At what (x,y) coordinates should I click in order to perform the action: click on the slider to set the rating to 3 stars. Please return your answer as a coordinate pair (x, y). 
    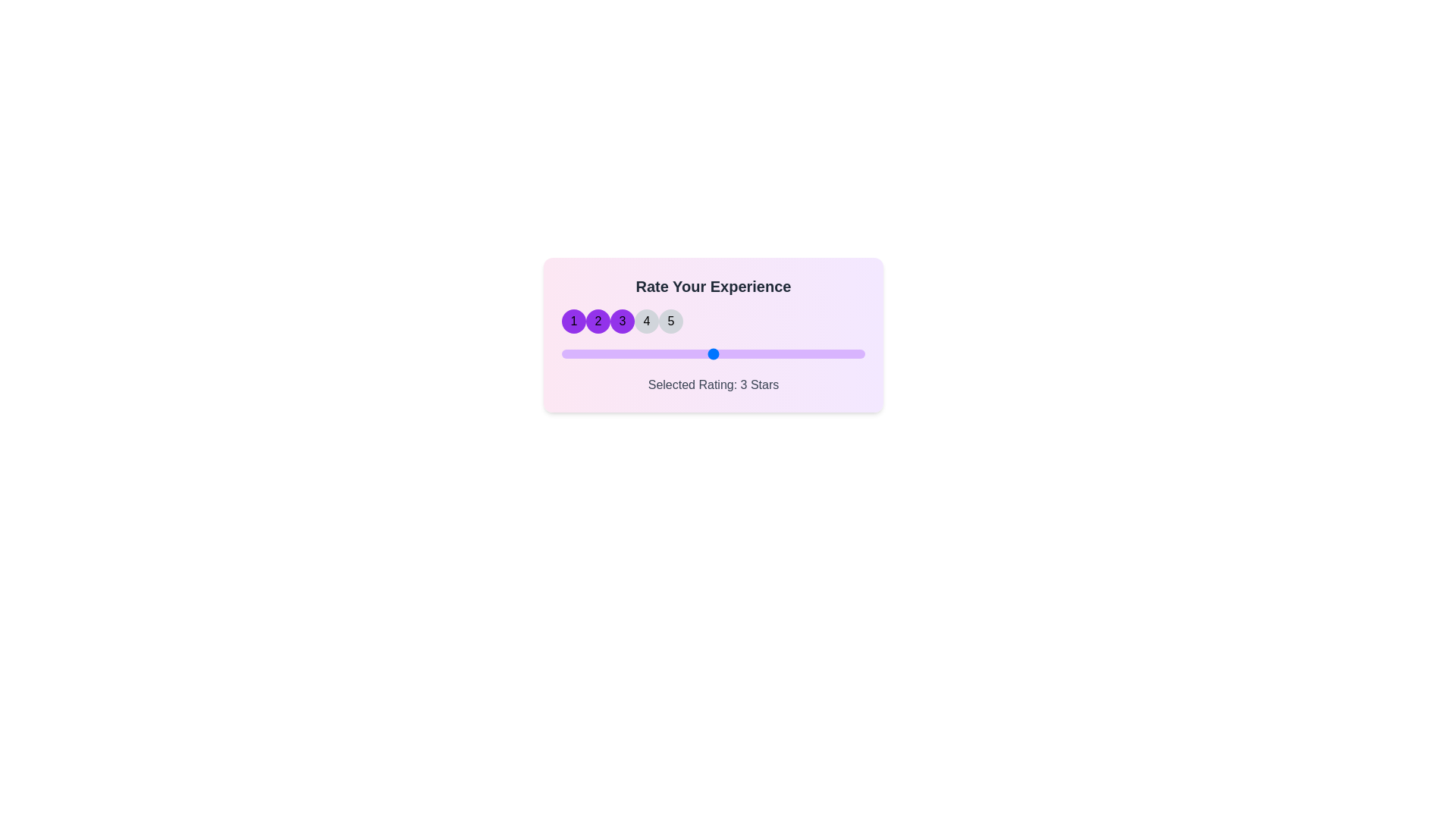
    Looking at the image, I should click on (712, 353).